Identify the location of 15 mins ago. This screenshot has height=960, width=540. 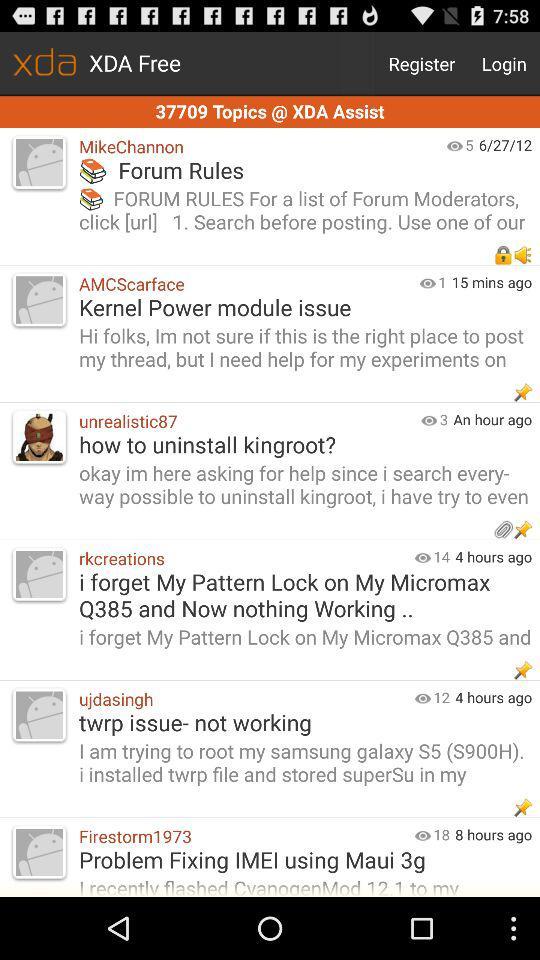
(494, 281).